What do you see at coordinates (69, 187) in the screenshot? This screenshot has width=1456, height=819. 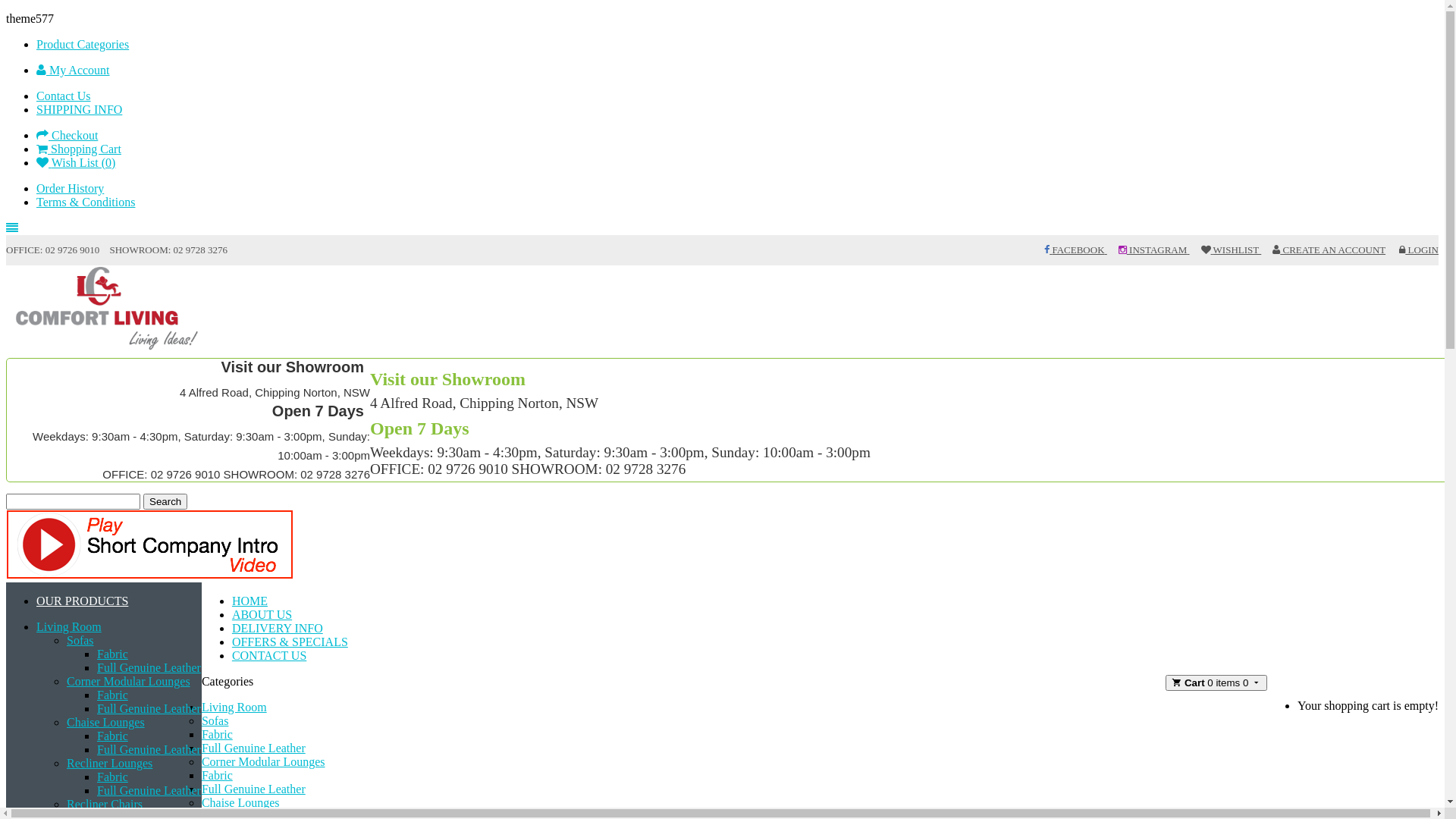 I see `'Order History'` at bounding box center [69, 187].